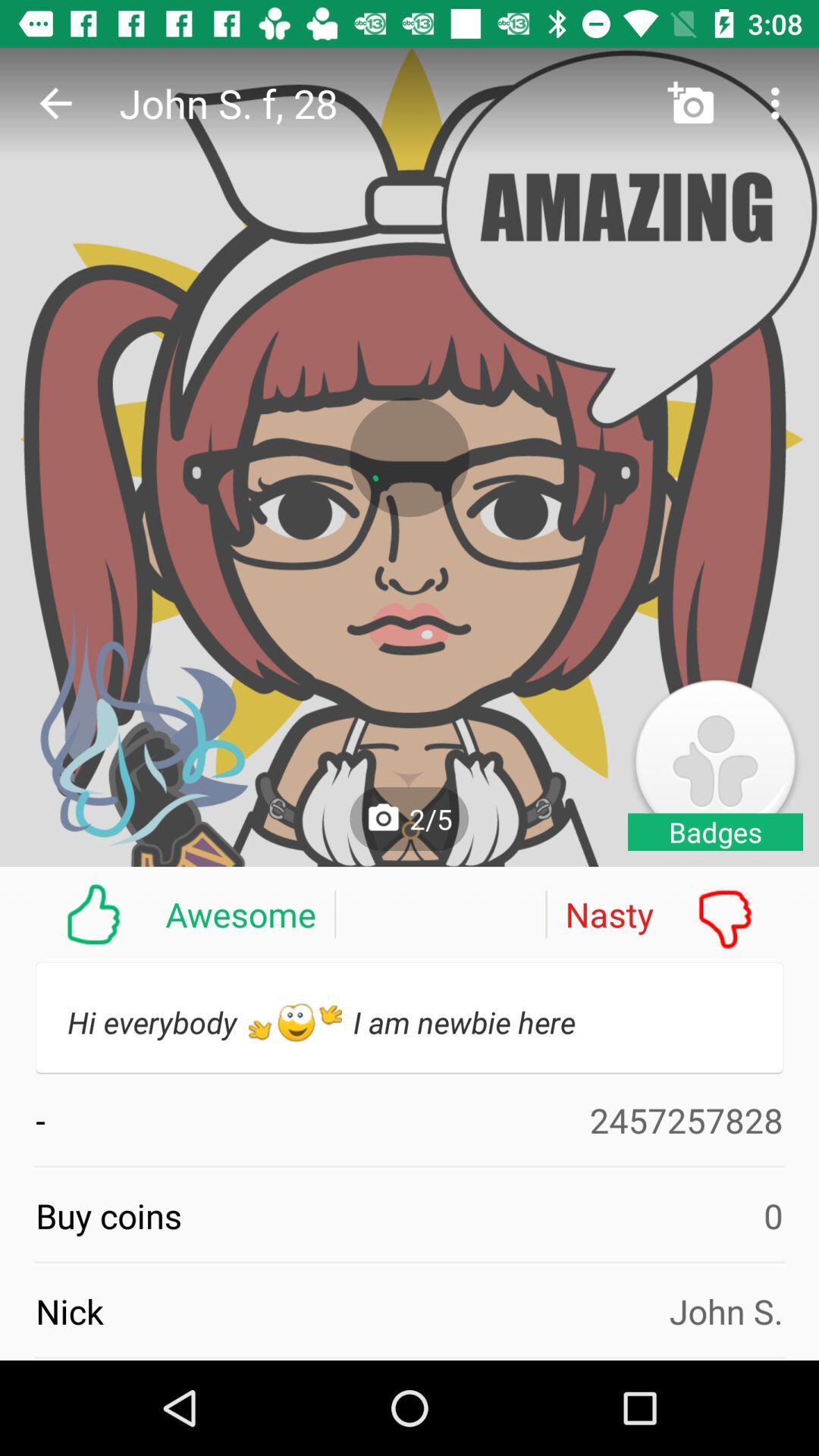 This screenshot has height=1456, width=819. Describe the element at coordinates (779, 103) in the screenshot. I see `more button` at that location.